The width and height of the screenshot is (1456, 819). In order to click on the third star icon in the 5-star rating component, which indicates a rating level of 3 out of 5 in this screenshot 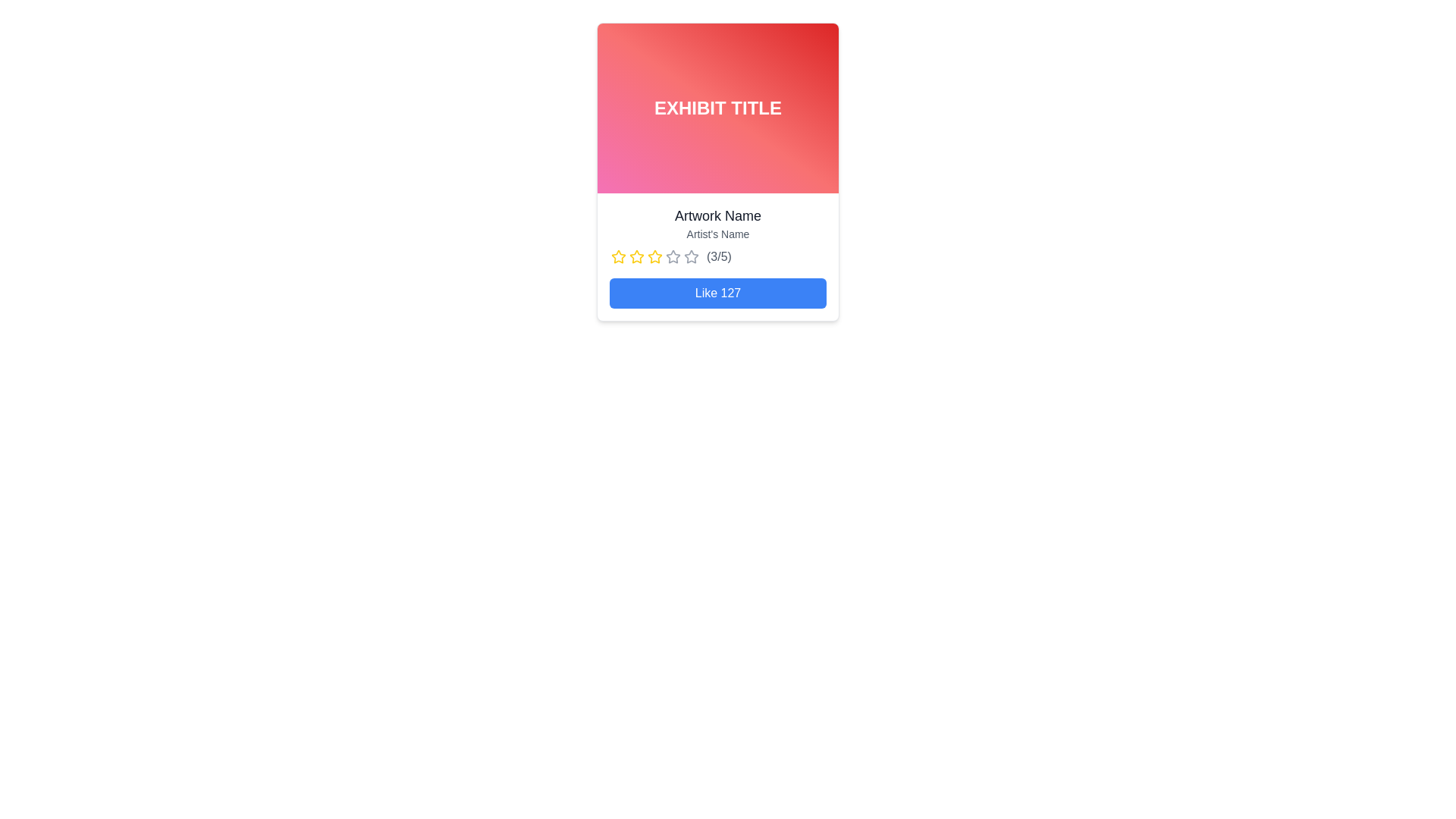, I will do `click(673, 256)`.